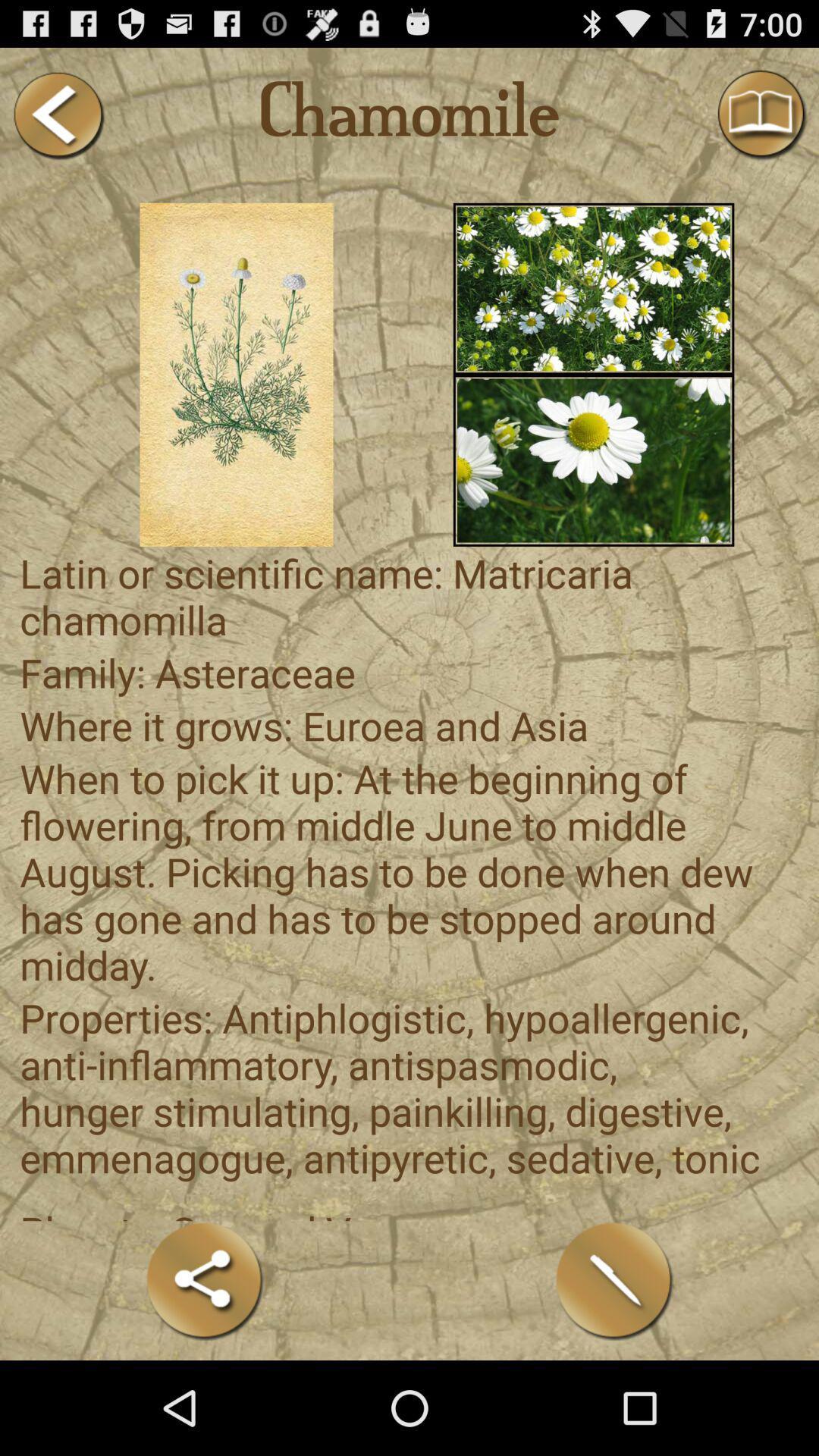 This screenshot has height=1456, width=819. What do you see at coordinates (593, 288) in the screenshot?
I see `shows flower image` at bounding box center [593, 288].